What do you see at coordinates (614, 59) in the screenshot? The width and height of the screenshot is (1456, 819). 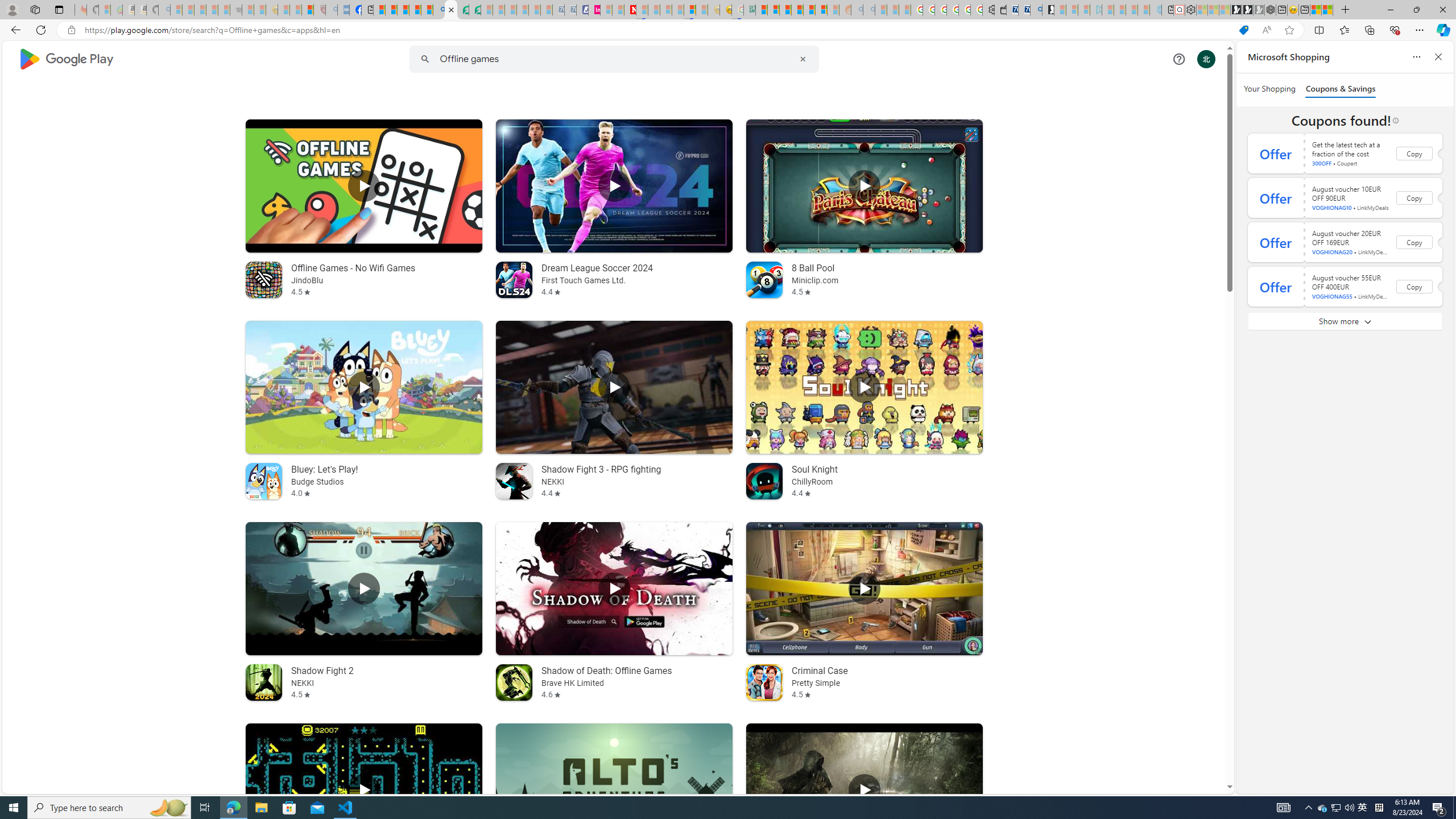 I see `'Class: hQnXo'` at bounding box center [614, 59].